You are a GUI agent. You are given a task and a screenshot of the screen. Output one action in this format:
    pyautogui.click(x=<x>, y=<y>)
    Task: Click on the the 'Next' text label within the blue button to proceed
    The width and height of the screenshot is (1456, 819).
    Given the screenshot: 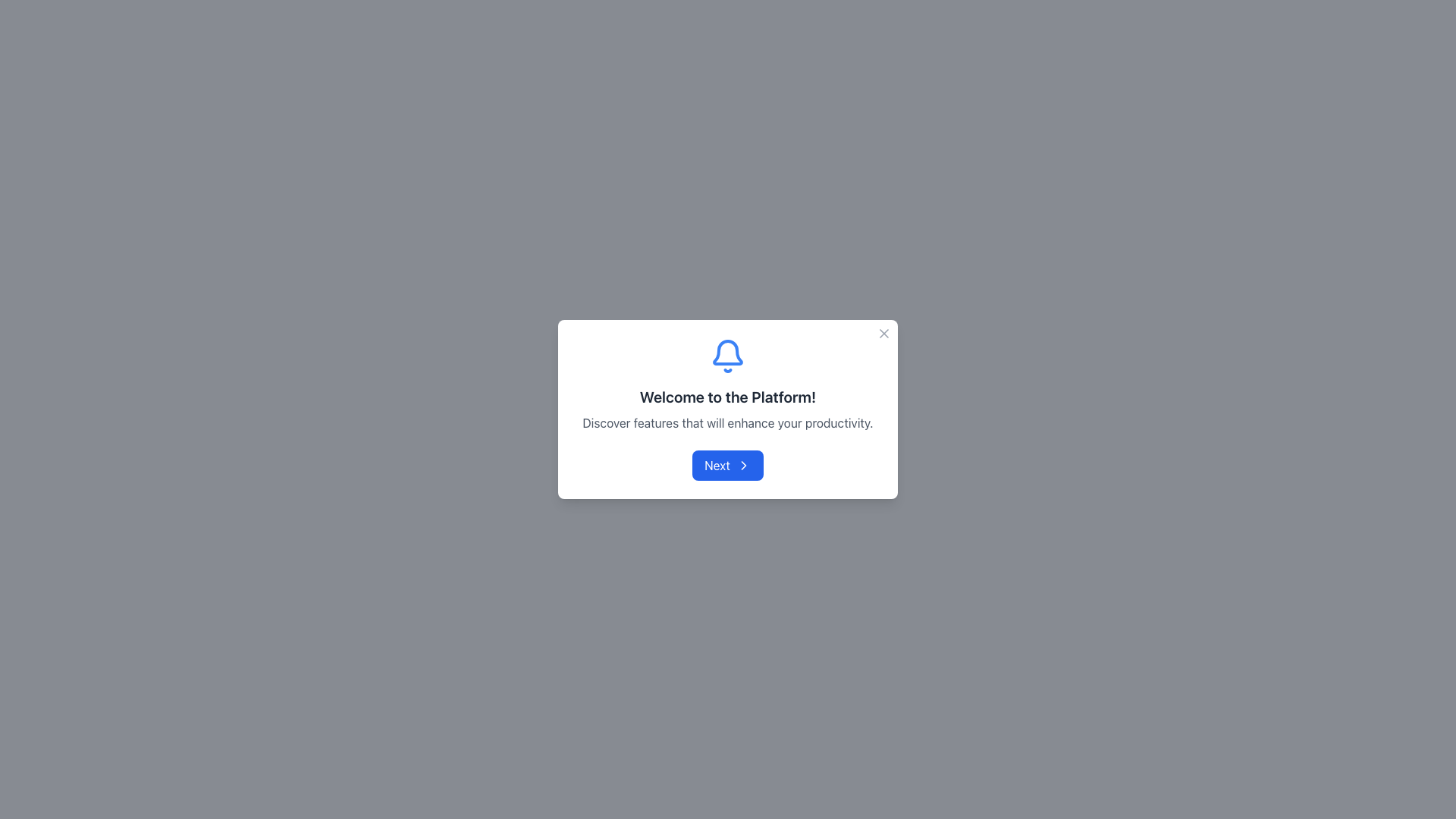 What is the action you would take?
    pyautogui.click(x=716, y=464)
    